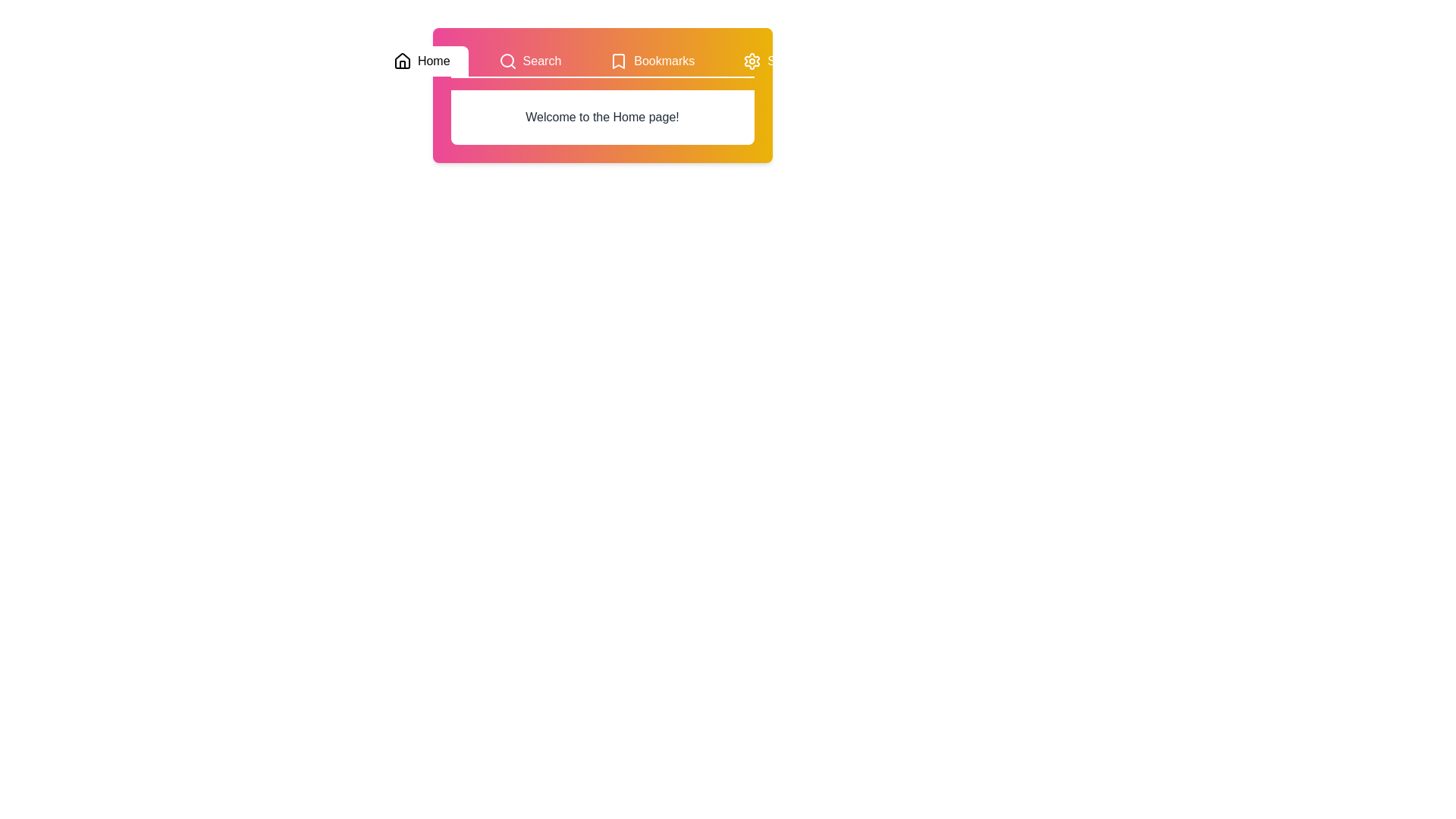 This screenshot has width=1456, height=819. I want to click on the Home tab to switch views, so click(422, 61).